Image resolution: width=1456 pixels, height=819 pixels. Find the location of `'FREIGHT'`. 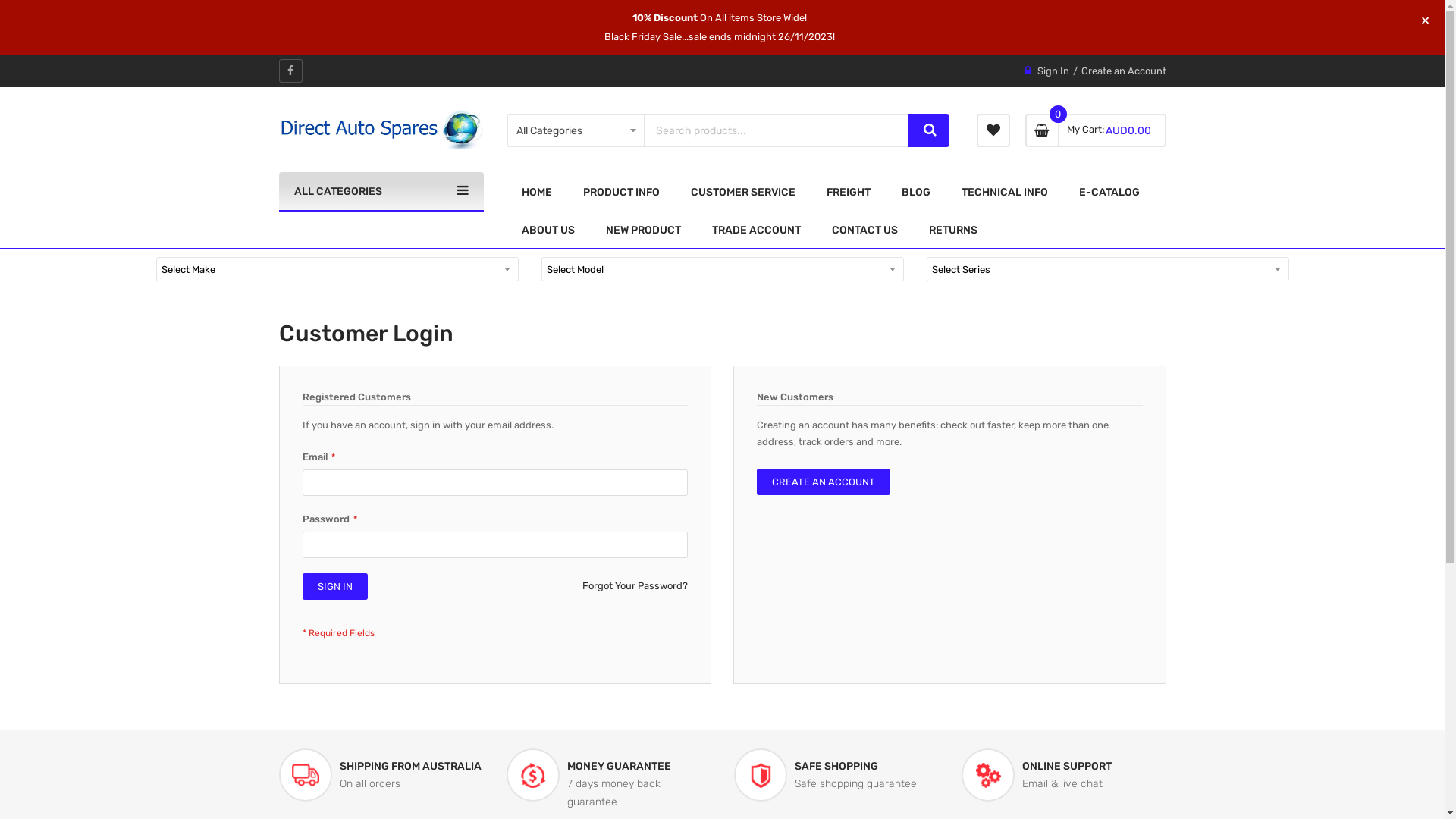

'FREIGHT' is located at coordinates (847, 191).